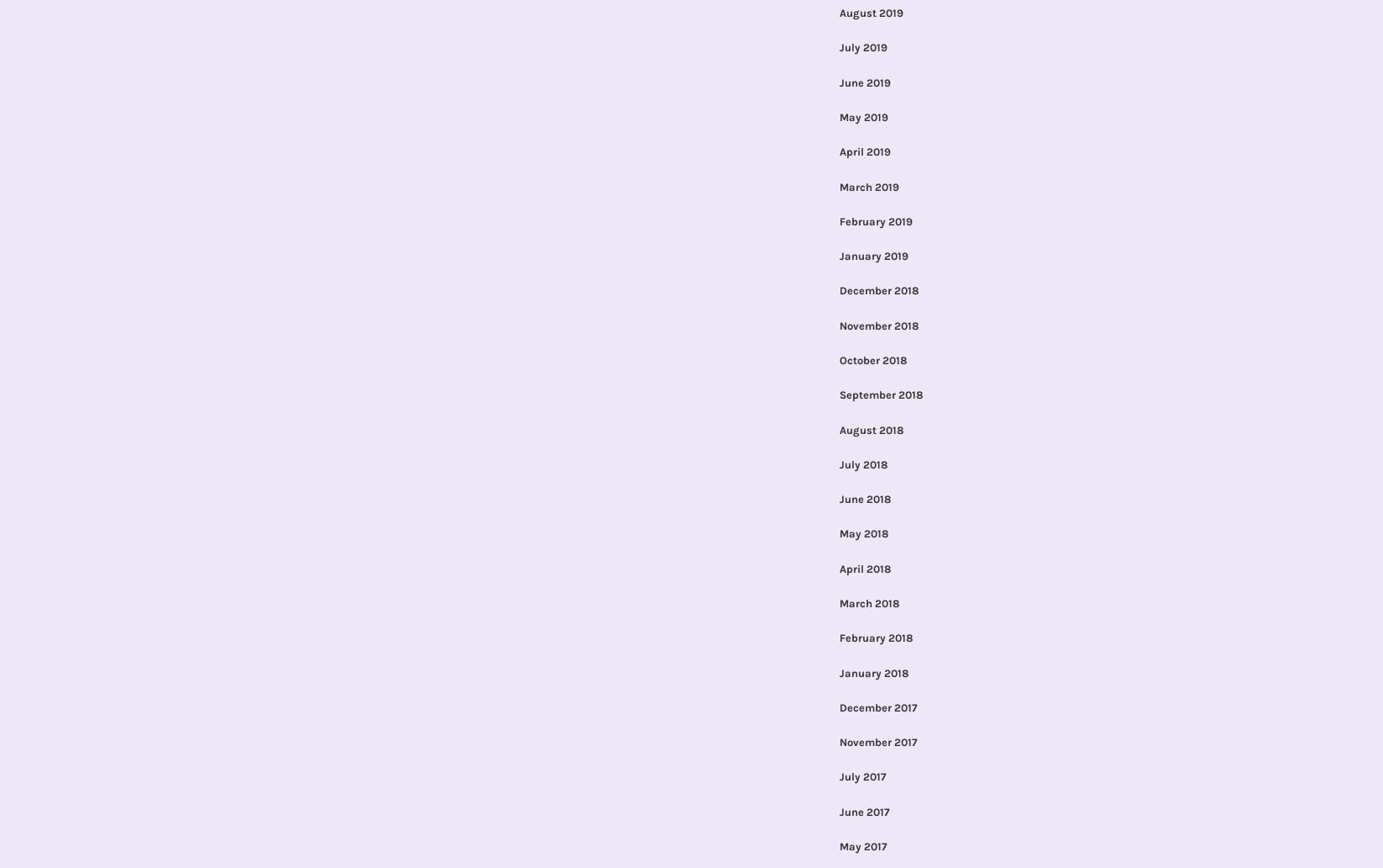 This screenshot has height=868, width=1383. What do you see at coordinates (837, 116) in the screenshot?
I see `'May 2019'` at bounding box center [837, 116].